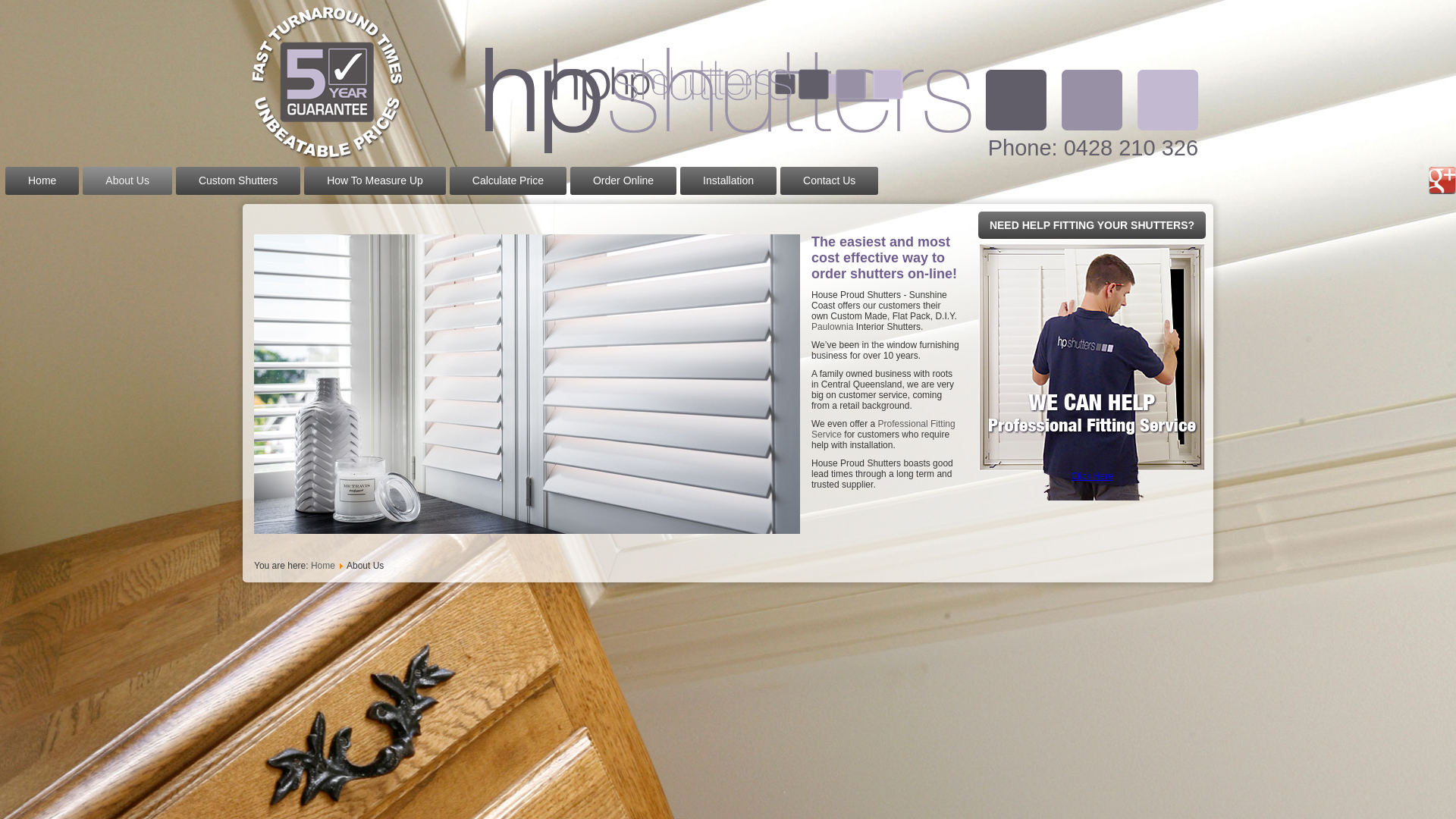 The image size is (1456, 819). Describe the element at coordinates (728, 180) in the screenshot. I see `'Installation'` at that location.